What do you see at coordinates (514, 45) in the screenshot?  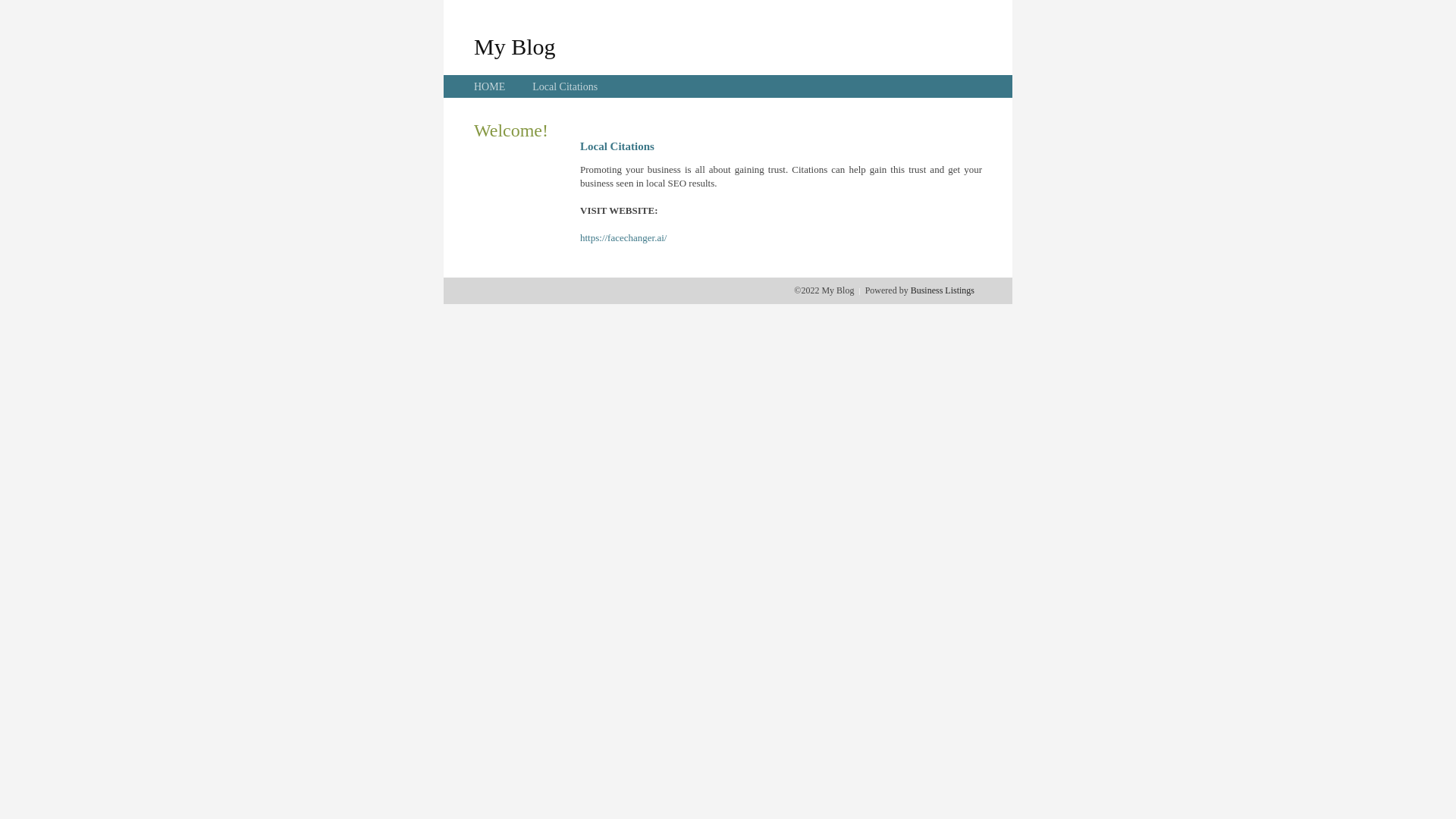 I see `'My Blog'` at bounding box center [514, 45].